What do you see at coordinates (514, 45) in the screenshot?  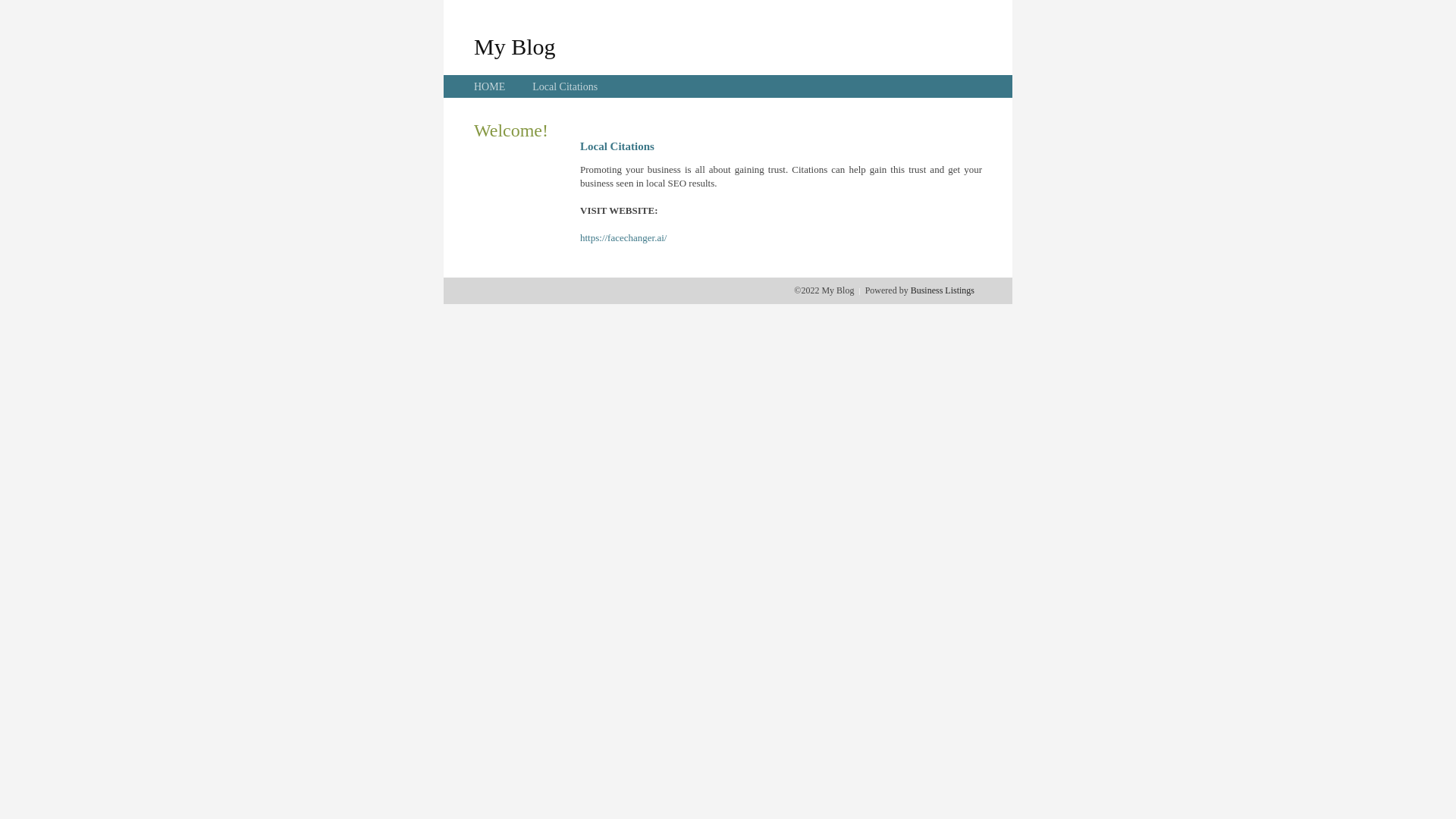 I see `'My Blog'` at bounding box center [514, 45].